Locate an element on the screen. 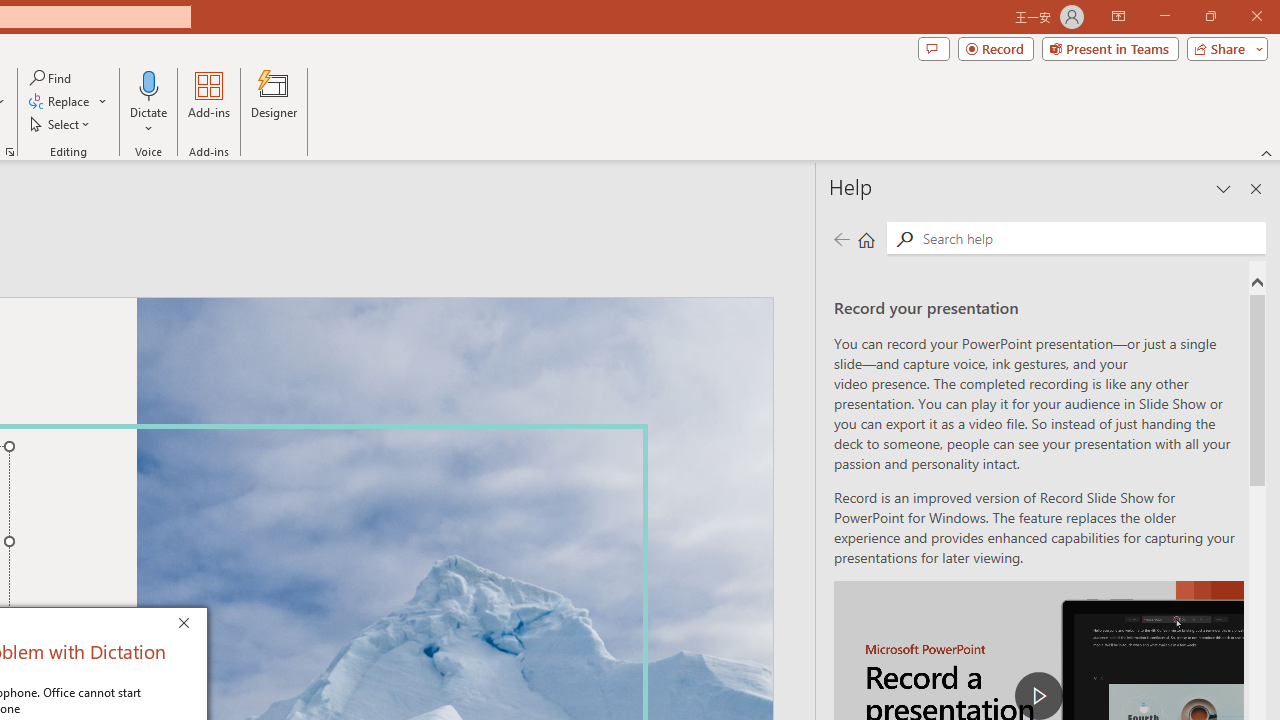  'Replace...' is located at coordinates (69, 101).